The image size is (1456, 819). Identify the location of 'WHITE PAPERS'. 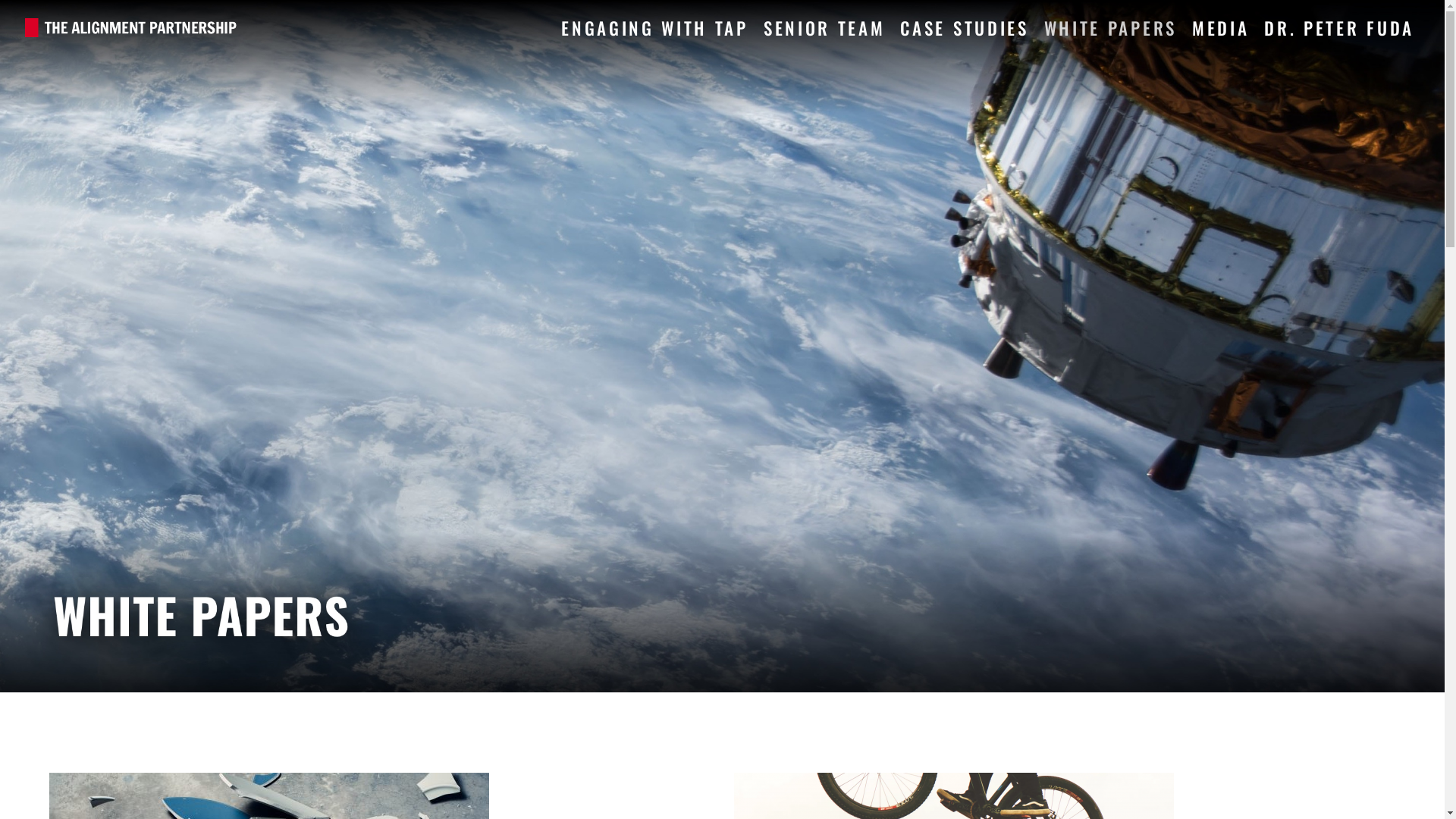
(1110, 26).